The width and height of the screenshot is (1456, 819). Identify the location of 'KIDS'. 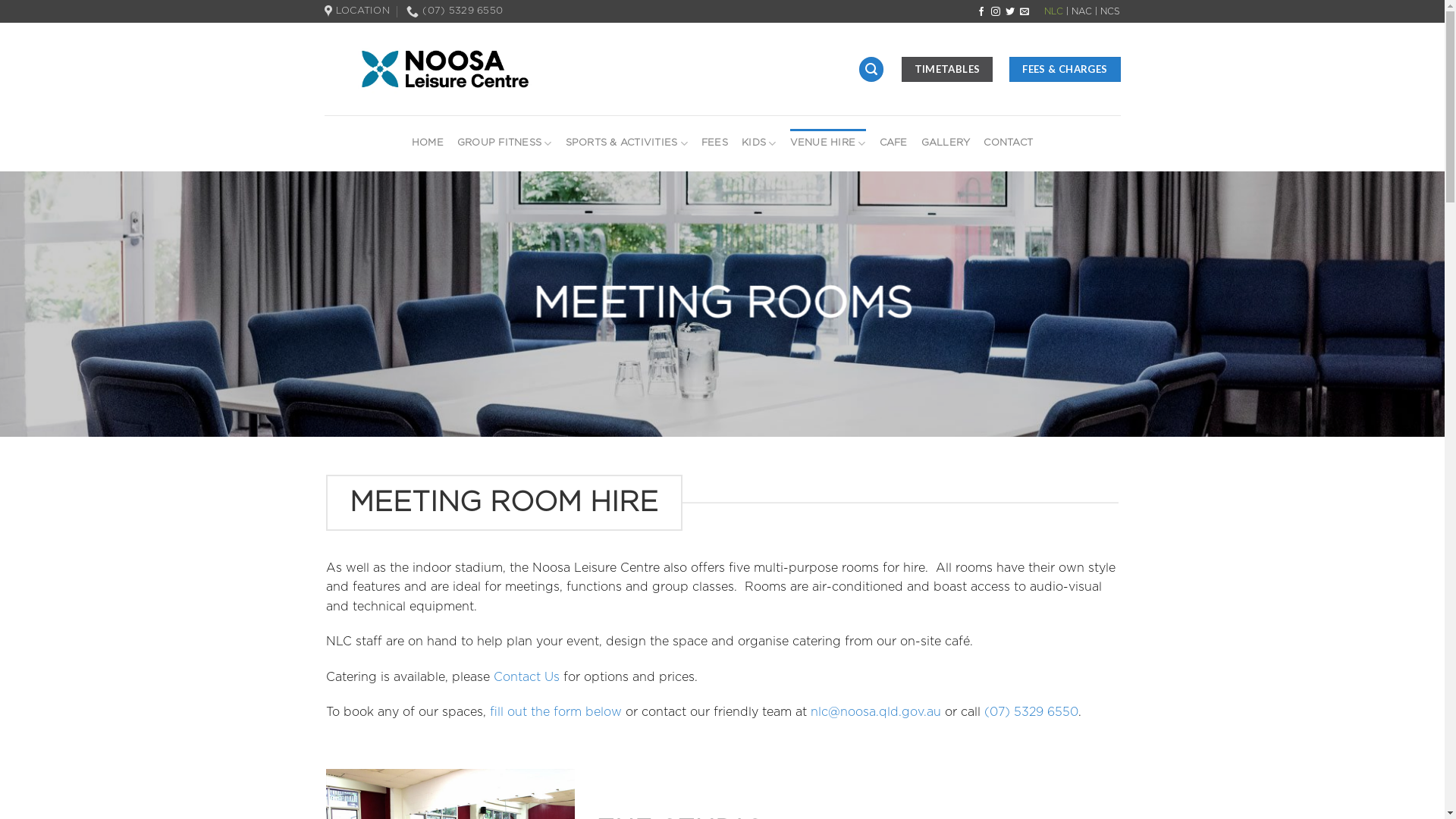
(758, 143).